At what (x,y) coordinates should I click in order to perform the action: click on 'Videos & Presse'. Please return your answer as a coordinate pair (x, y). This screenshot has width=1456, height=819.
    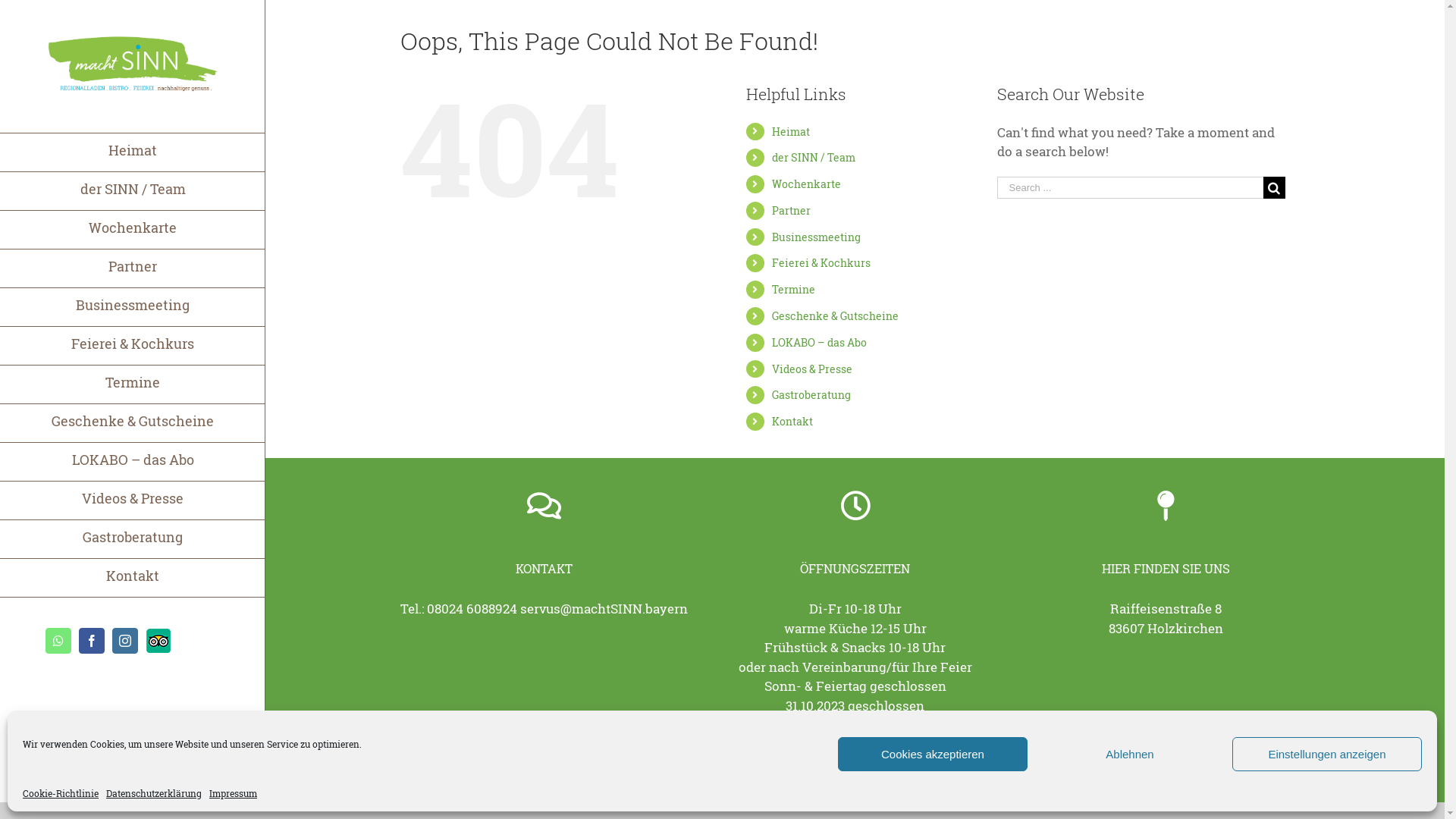
    Looking at the image, I should click on (811, 369).